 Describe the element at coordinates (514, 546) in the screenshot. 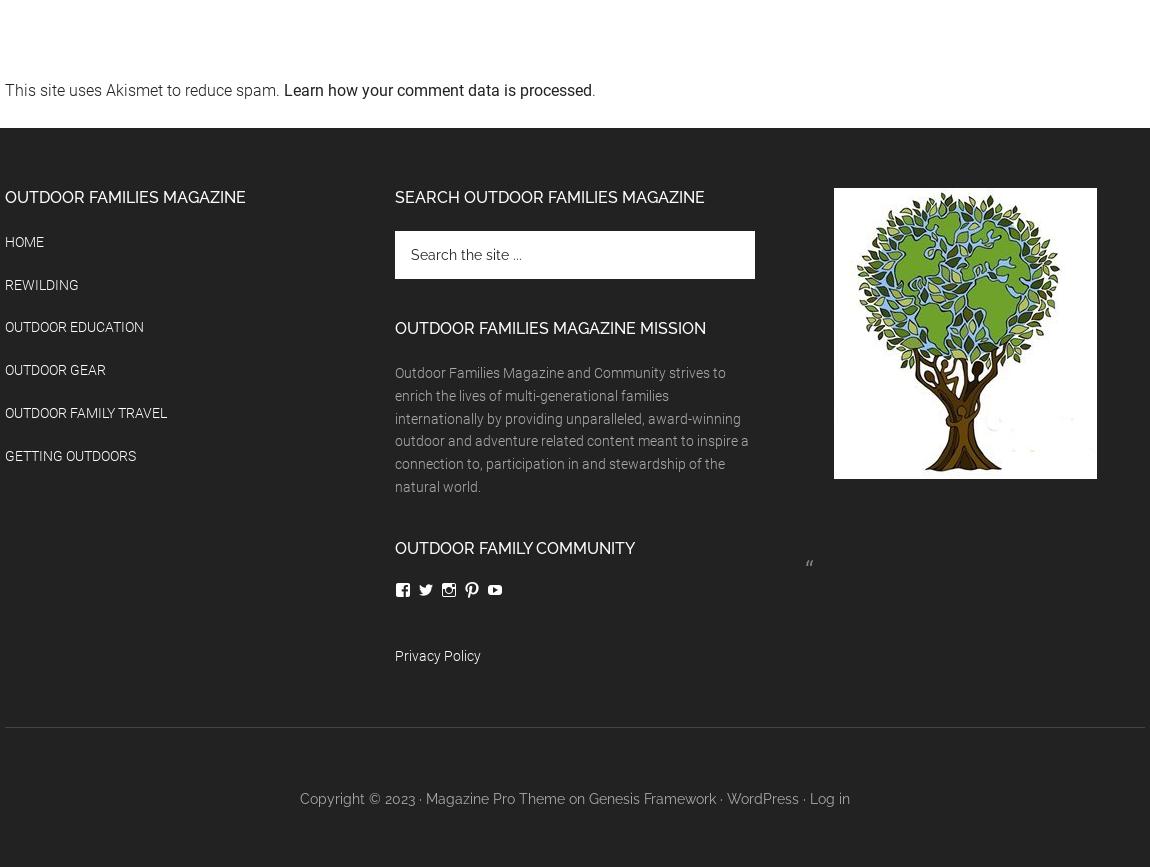

I see `'Outdoor Family Community'` at that location.